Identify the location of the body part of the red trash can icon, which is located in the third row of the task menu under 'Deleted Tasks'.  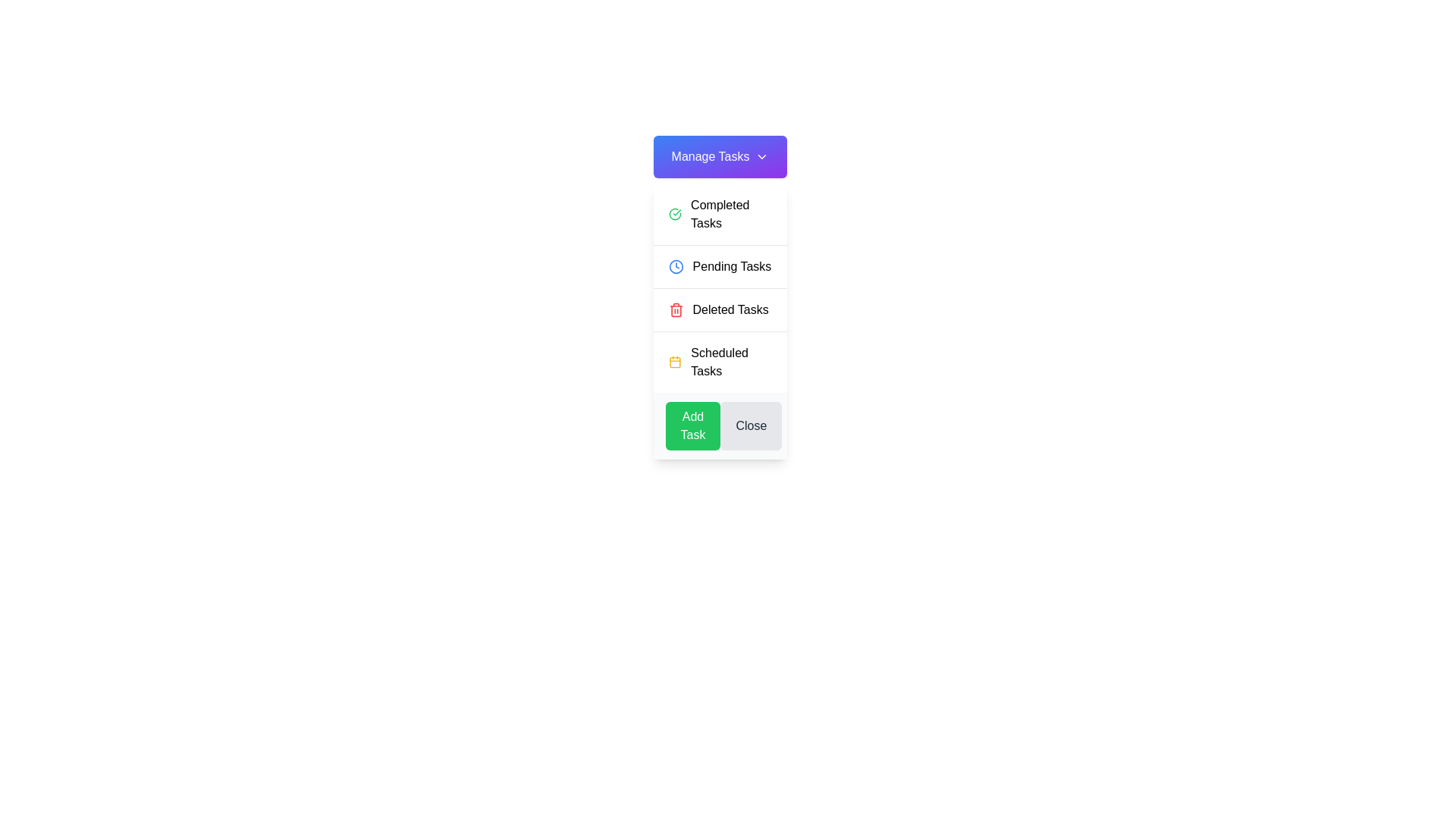
(675, 310).